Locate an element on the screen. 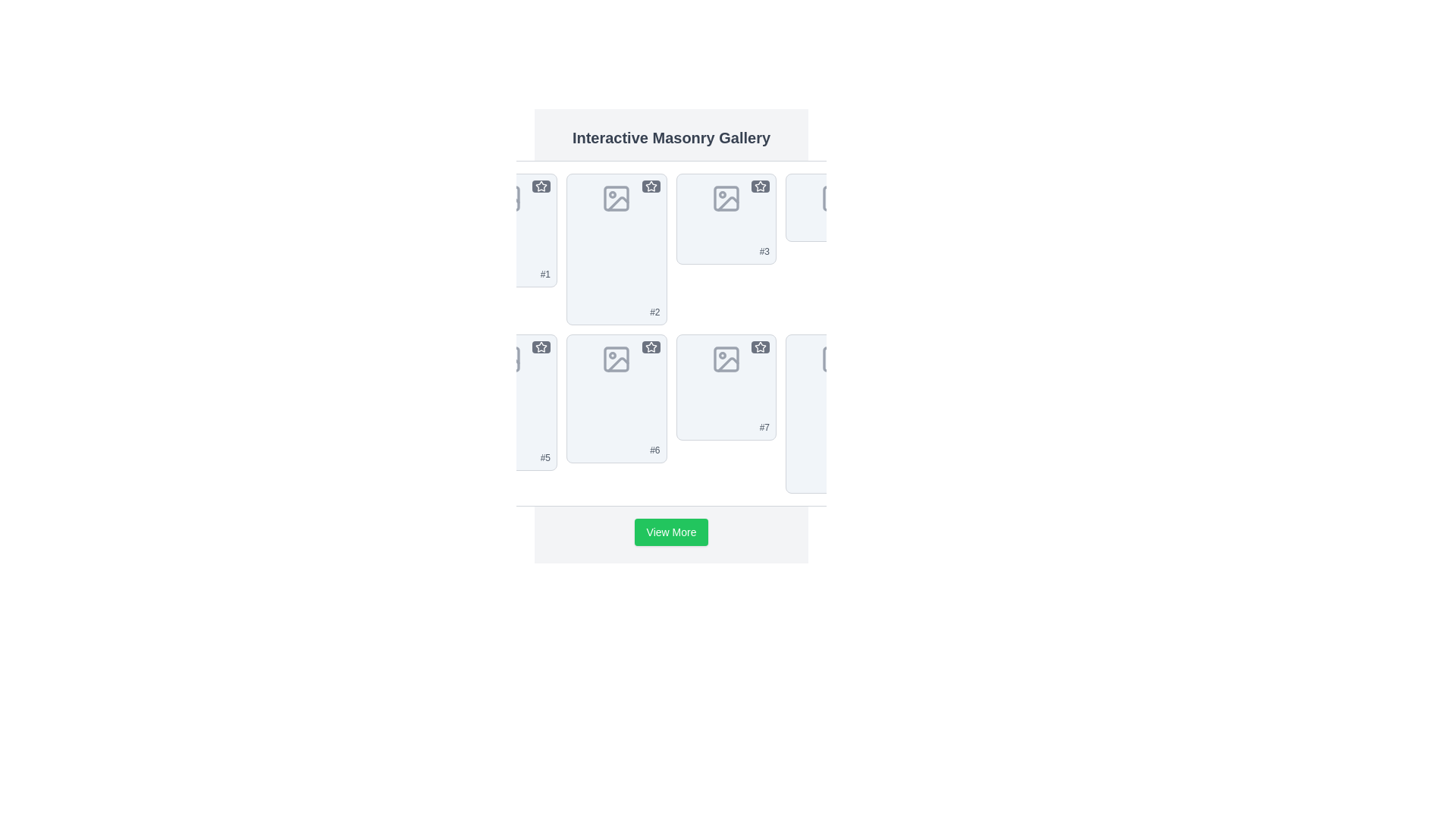 This screenshot has height=819, width=1456. the card labeled '#1' in the top-left corner of the masonry gallery is located at coordinates (507, 231).